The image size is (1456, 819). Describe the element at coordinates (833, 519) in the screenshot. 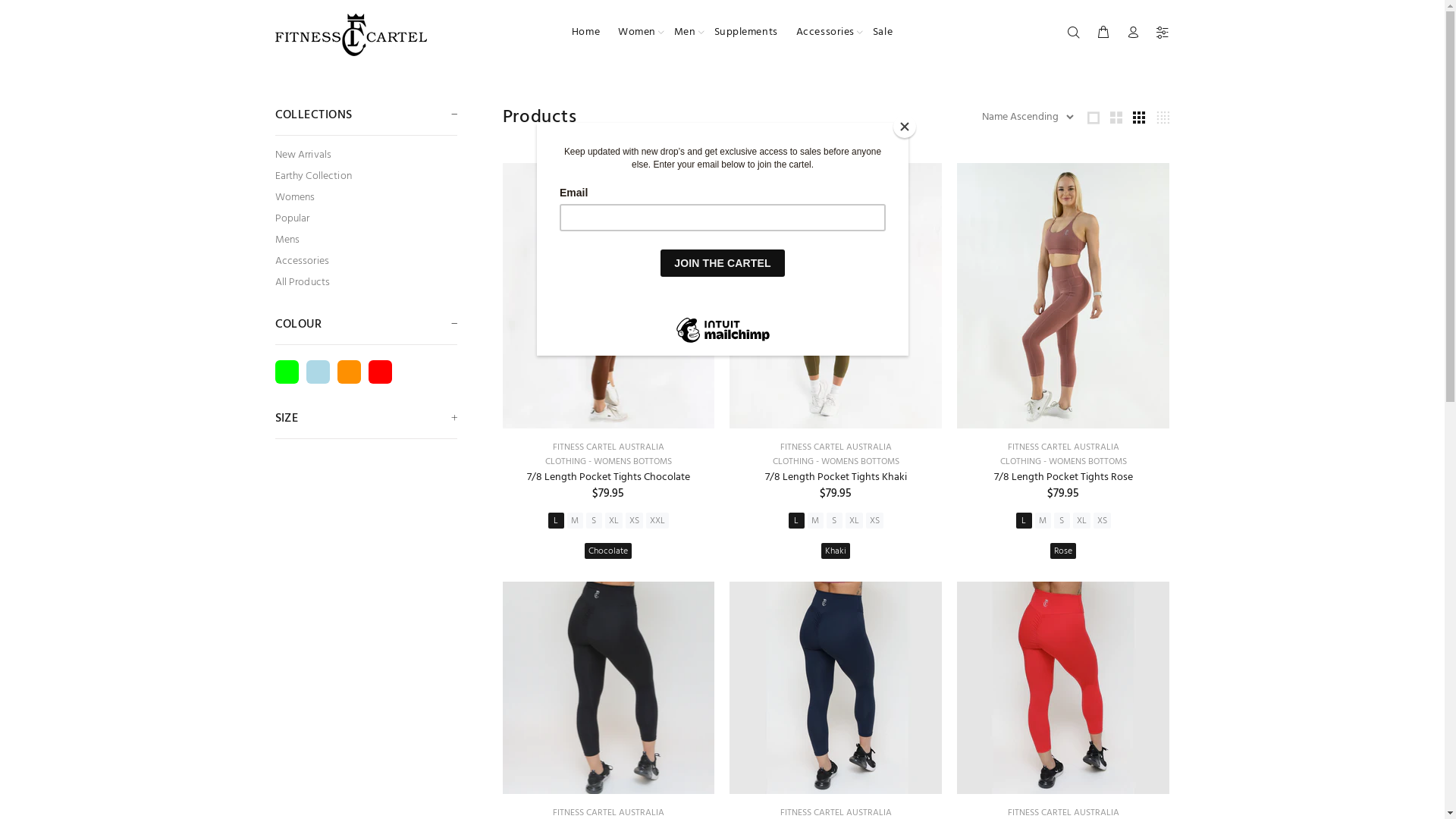

I see `'S'` at that location.